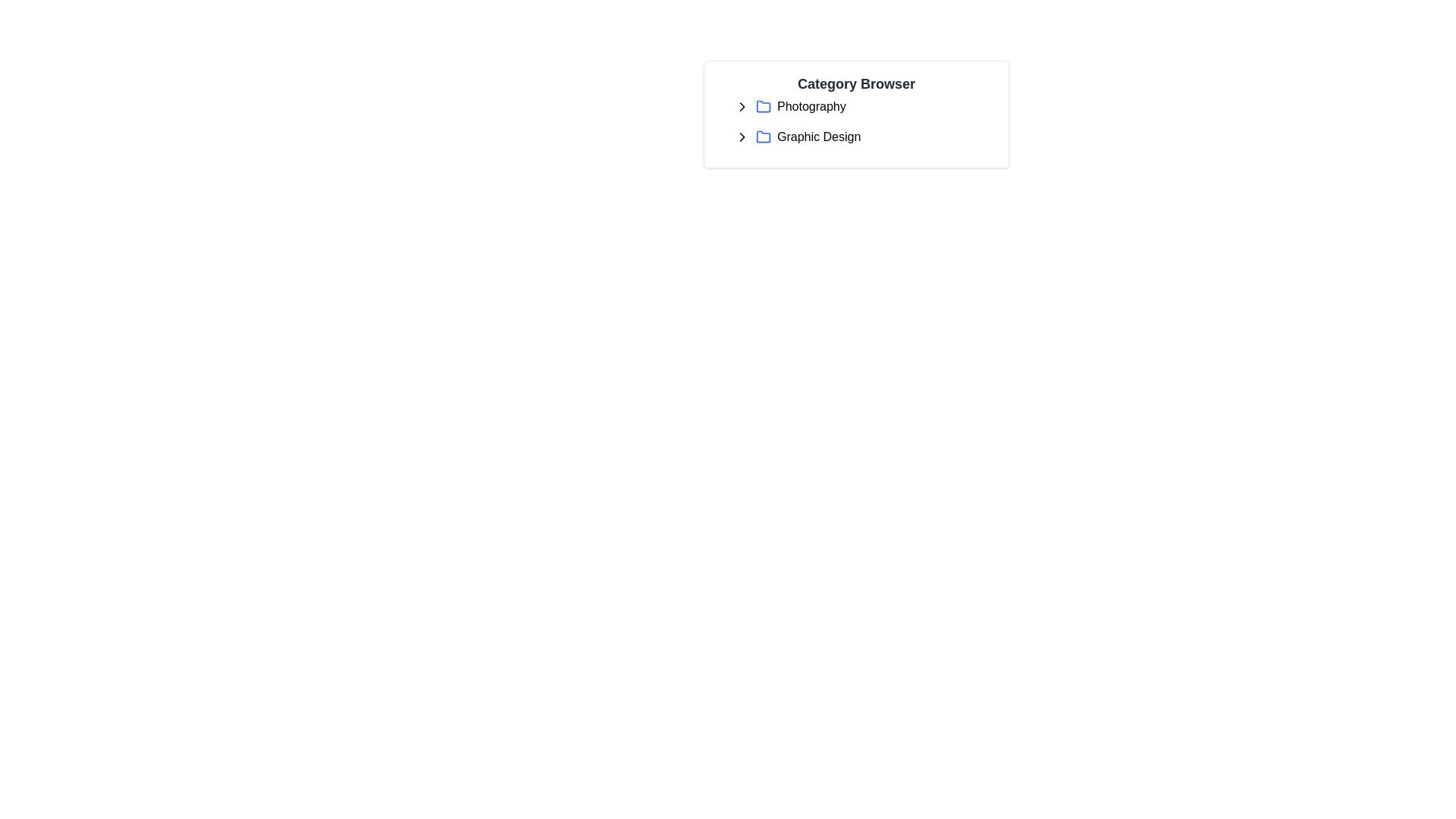  I want to click on the blue folder icon next to the text 'Graphic Design', so click(764, 137).